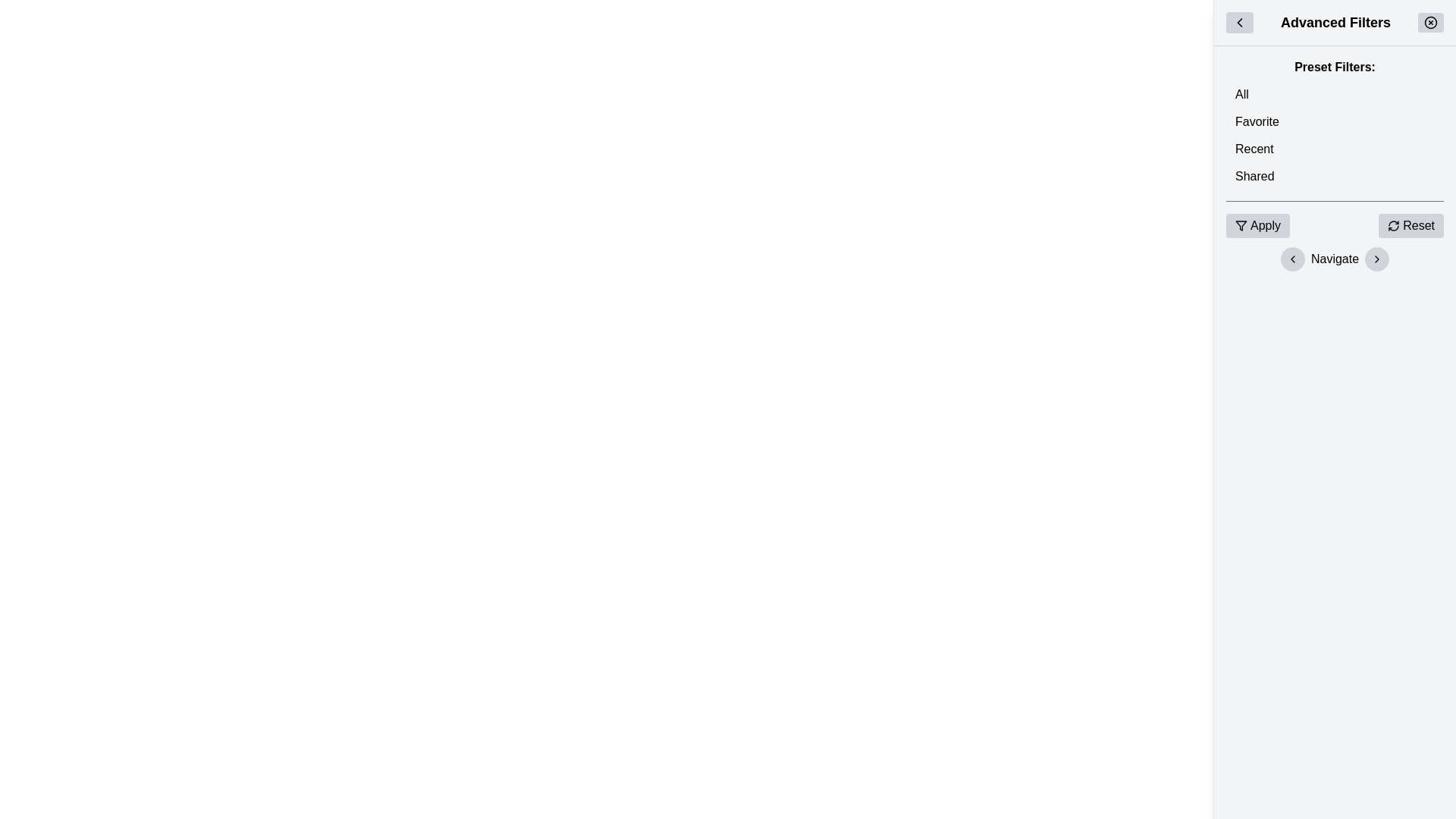 The height and width of the screenshot is (819, 1456). I want to click on the filter icon, which is an inverted triangle with a horizontal bar, located on the leftmost part of the 'Apply' button, positioned near the top-right section of the interface, so click(1241, 225).